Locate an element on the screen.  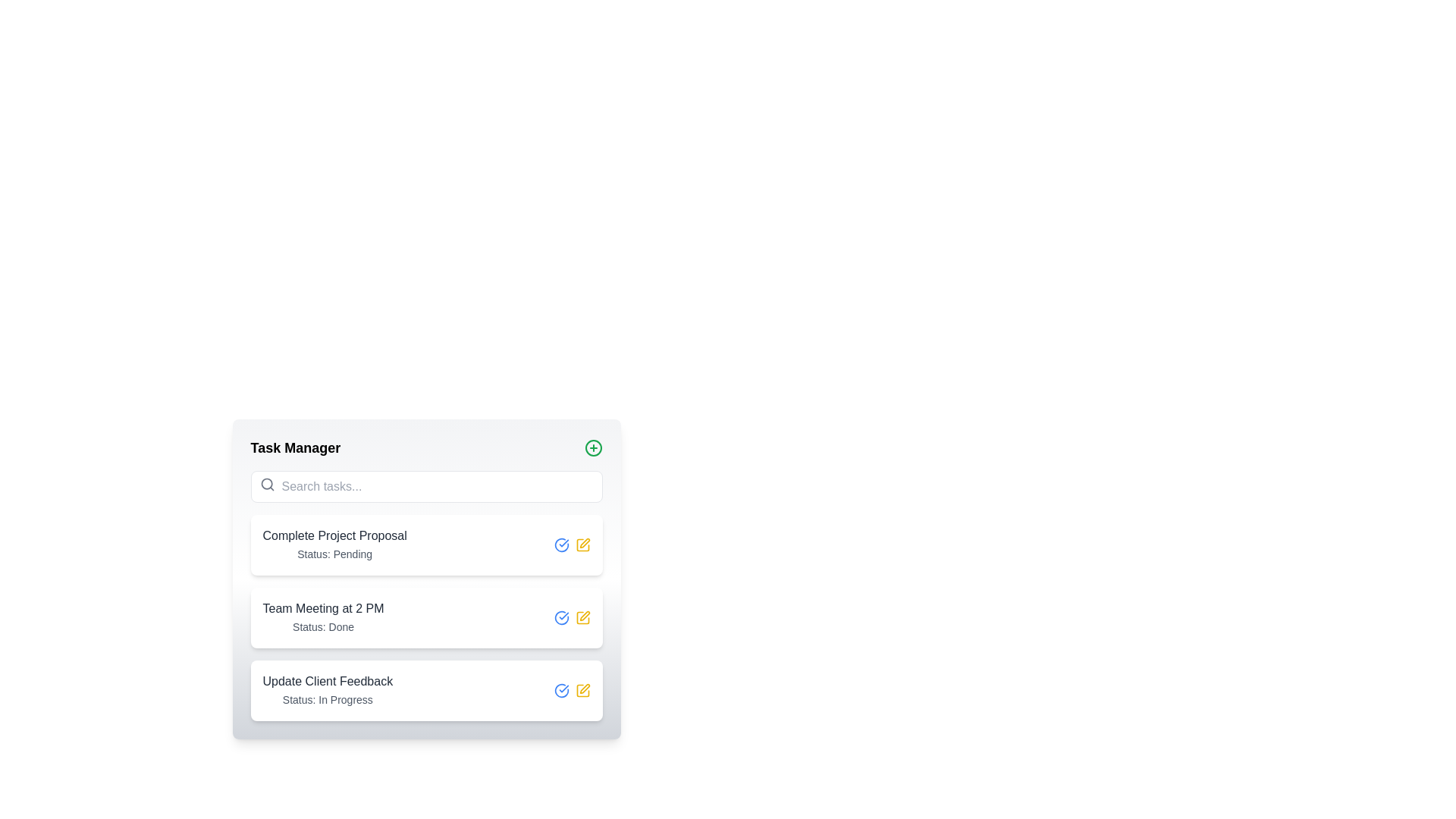
the yellow pen icon located on the far right of the 'Update Client Feedback' row to initiate editing is located at coordinates (584, 689).